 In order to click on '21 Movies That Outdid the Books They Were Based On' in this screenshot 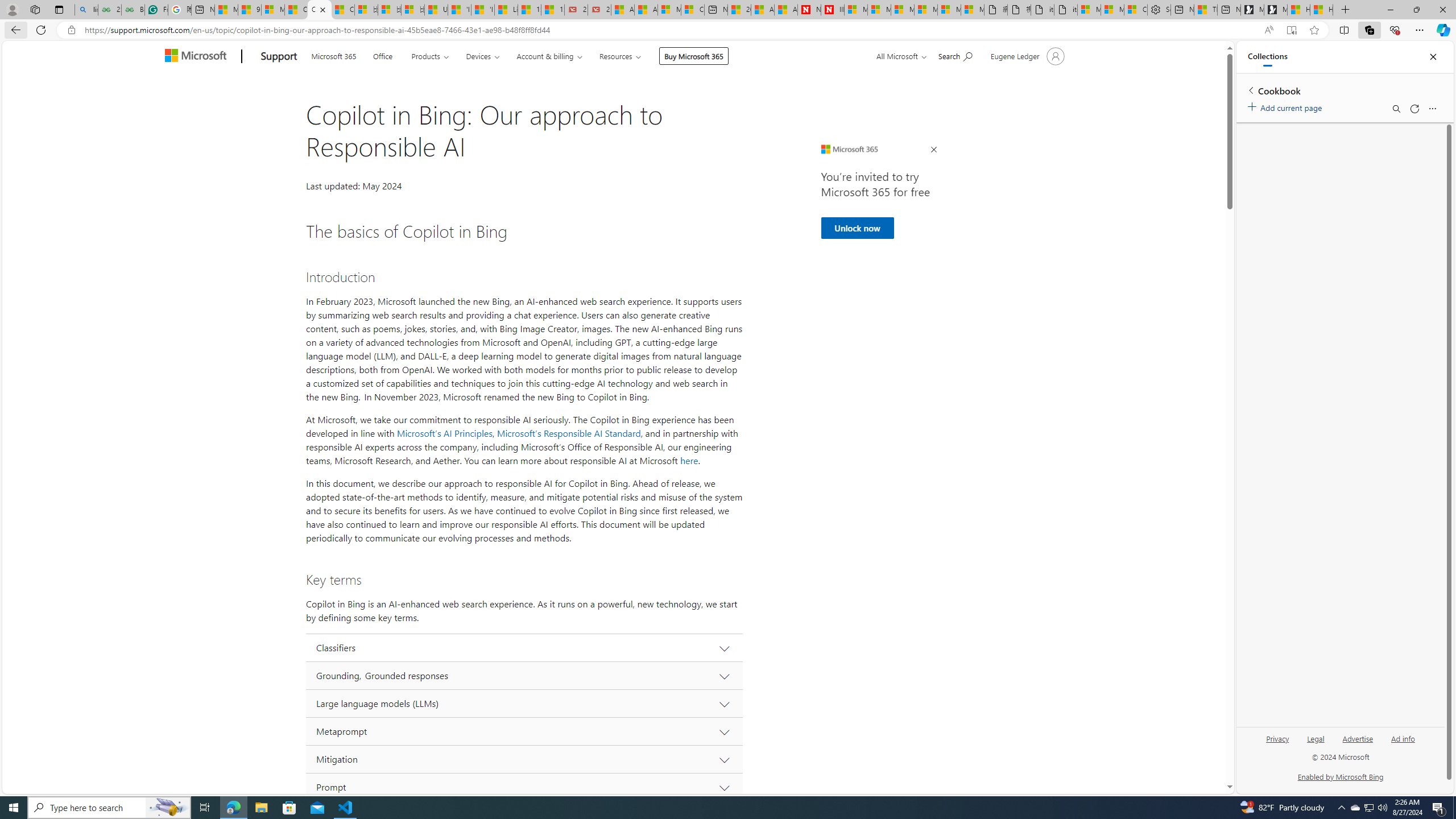, I will do `click(598, 9)`.